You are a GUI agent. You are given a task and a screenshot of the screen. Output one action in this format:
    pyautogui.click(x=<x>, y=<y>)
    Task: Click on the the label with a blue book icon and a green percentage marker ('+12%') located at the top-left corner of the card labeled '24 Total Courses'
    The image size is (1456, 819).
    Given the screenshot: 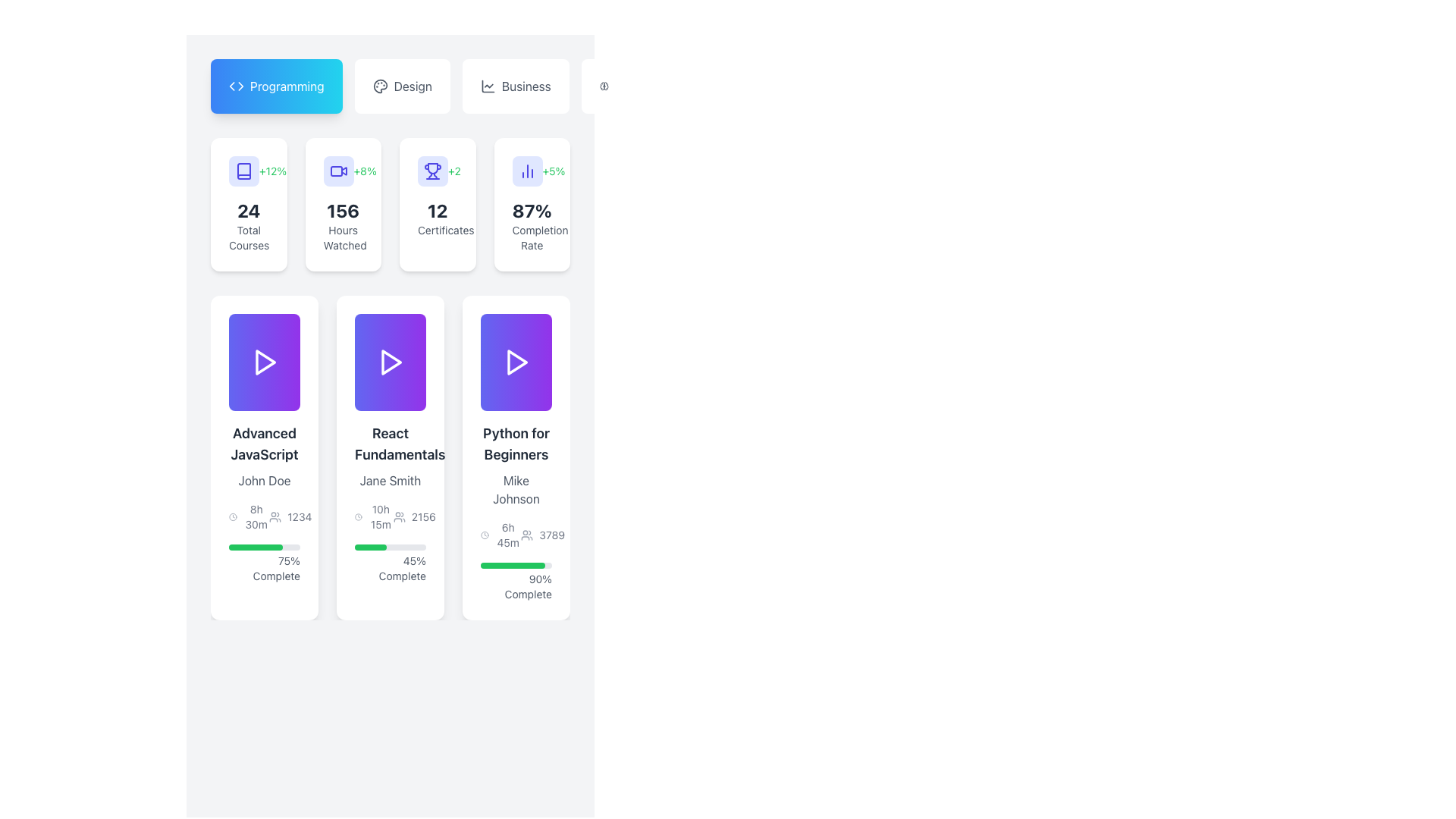 What is the action you would take?
    pyautogui.click(x=249, y=171)
    